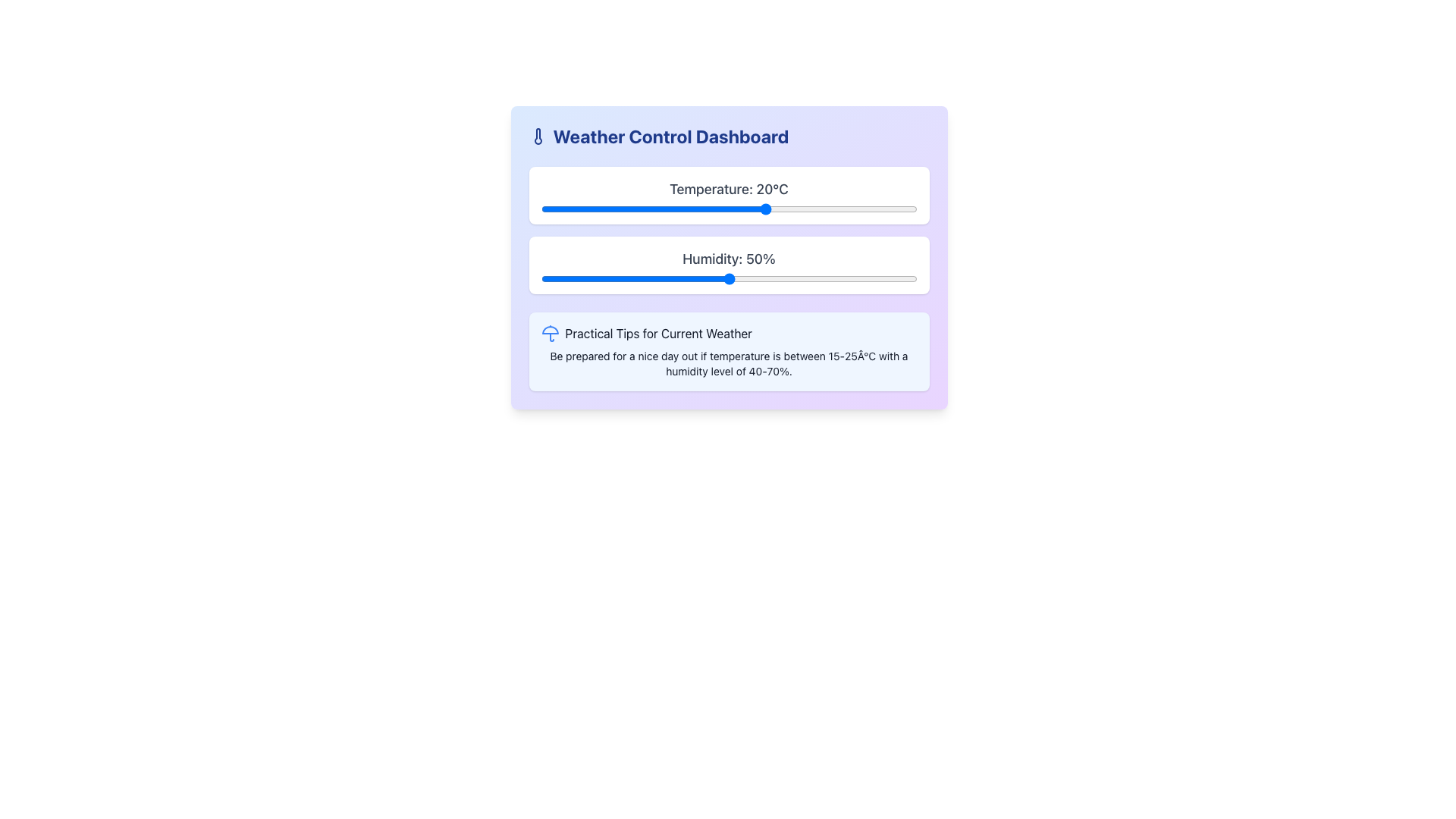 This screenshot has height=819, width=1456. Describe the element at coordinates (803, 209) in the screenshot. I see `the temperature` at that location.